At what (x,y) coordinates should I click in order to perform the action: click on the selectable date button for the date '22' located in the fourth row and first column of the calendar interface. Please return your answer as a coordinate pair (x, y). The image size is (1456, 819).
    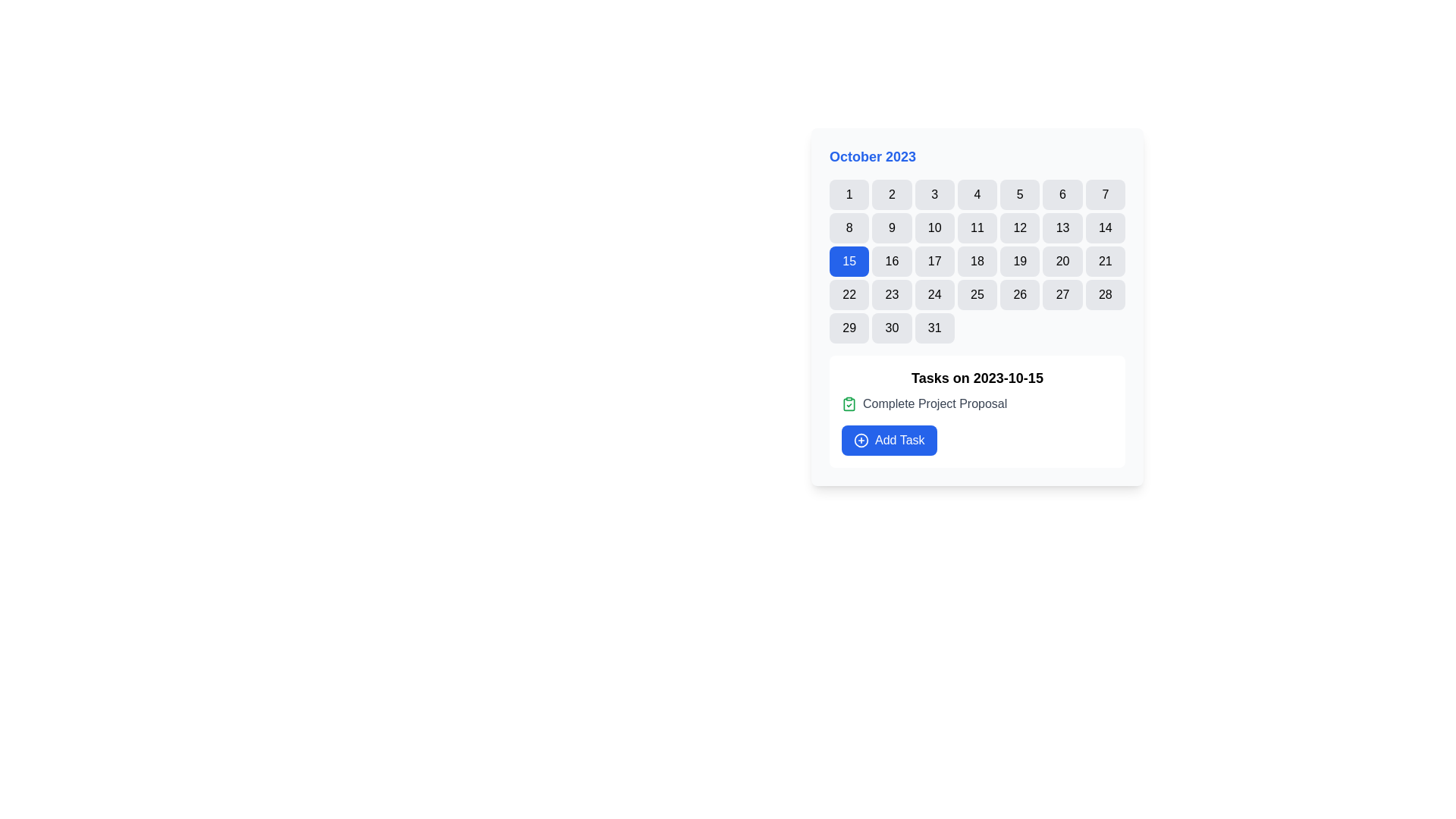
    Looking at the image, I should click on (848, 295).